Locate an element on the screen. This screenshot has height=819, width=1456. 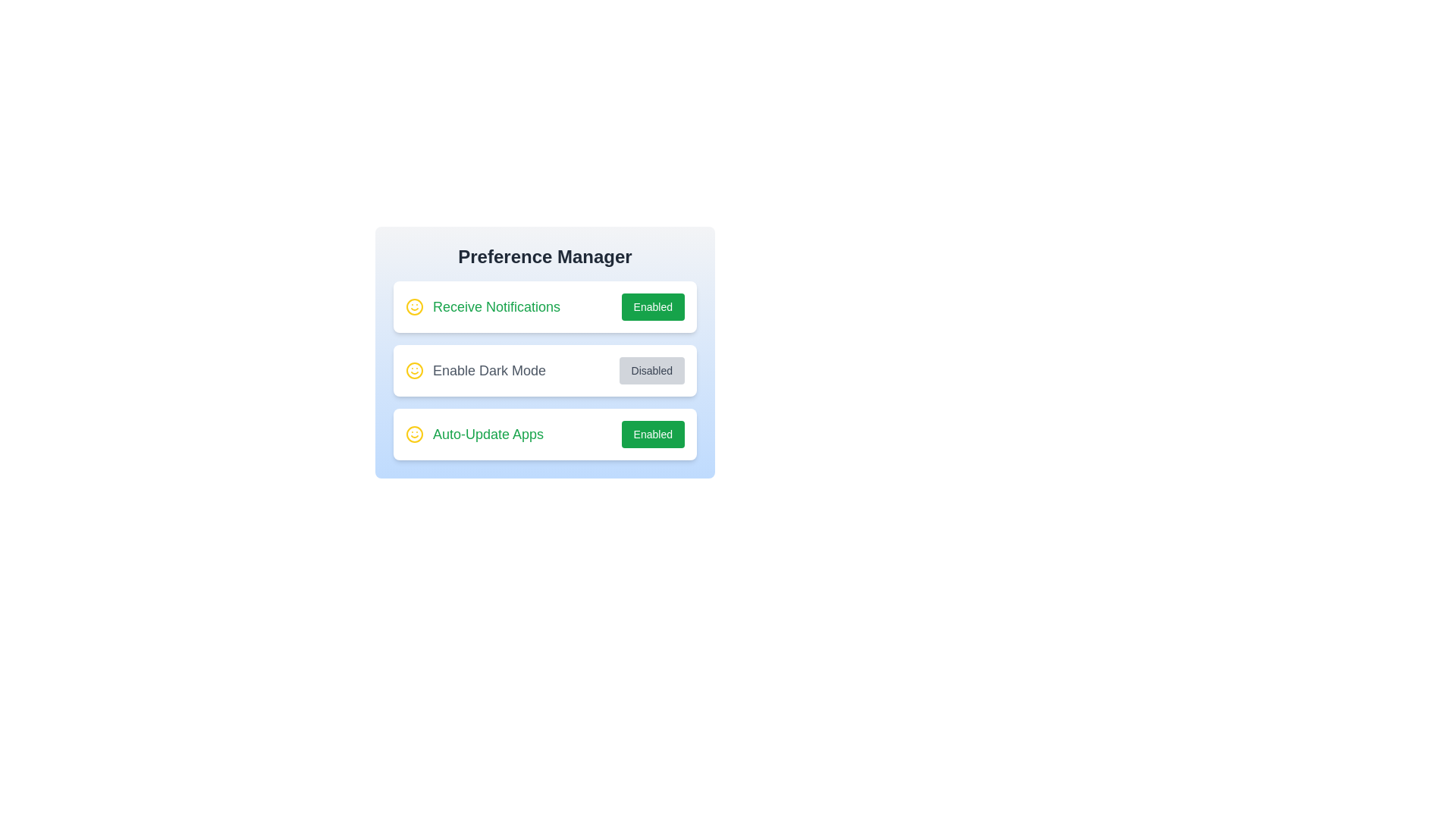
the smiley icon associated with the preference 'Auto-Update Apps' to explore its interaction is located at coordinates (415, 435).